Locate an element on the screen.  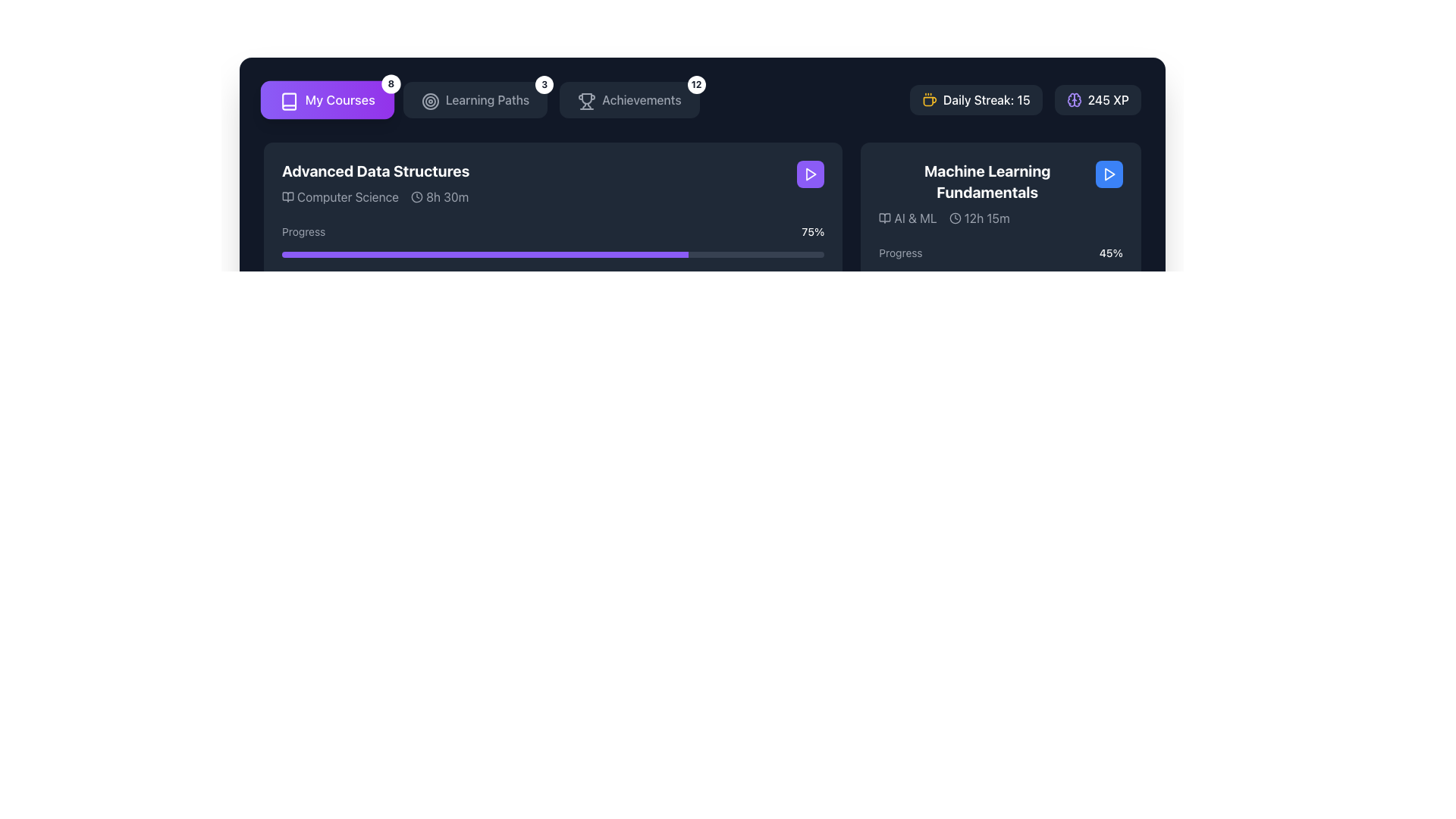
the Text Label displaying '245 XP' located in the top-right section of the interface, adjacent to an icon resembling a brain is located at coordinates (1108, 99).